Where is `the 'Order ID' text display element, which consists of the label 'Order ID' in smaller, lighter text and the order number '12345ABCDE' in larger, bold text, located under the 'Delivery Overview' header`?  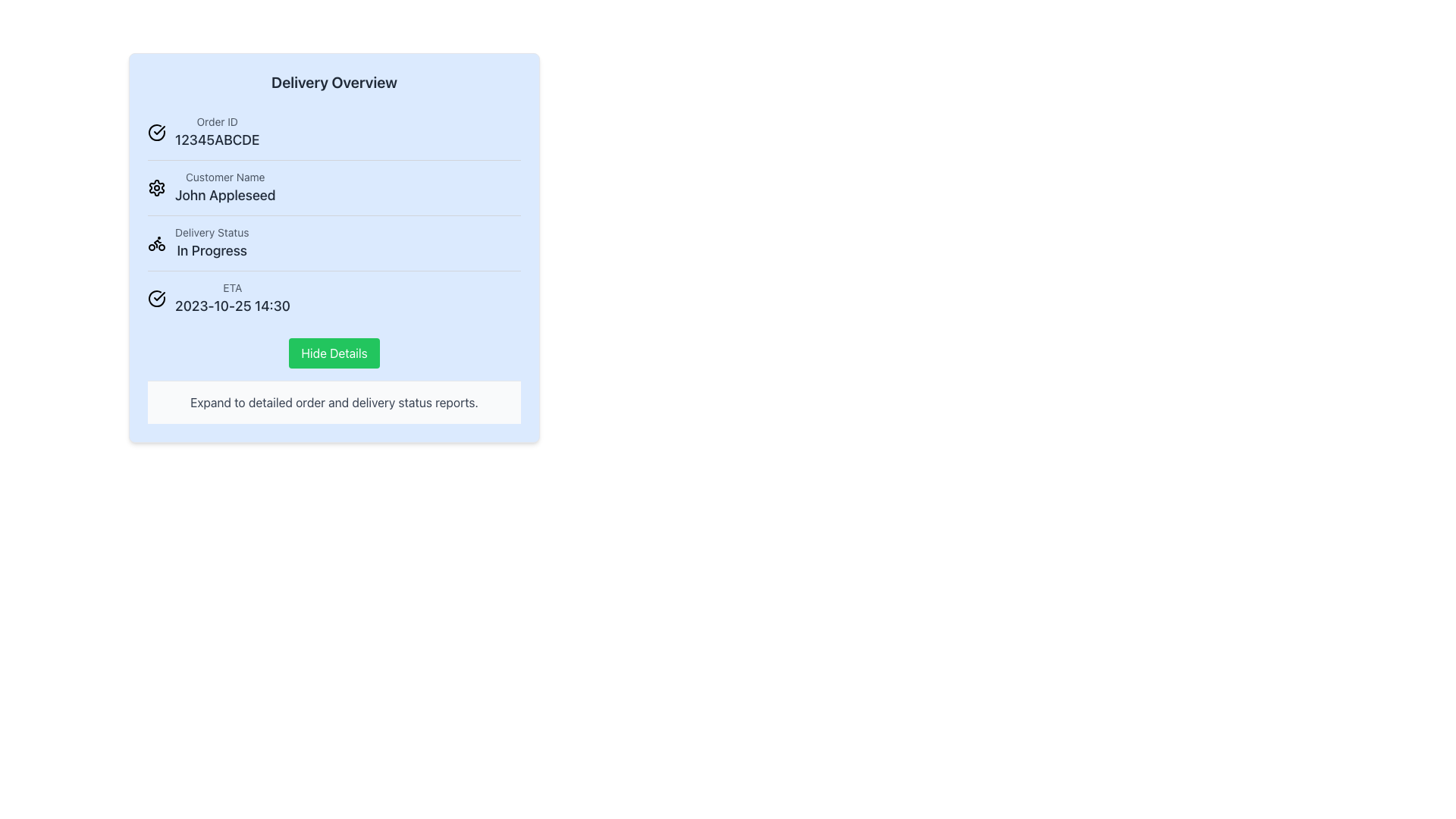
the 'Order ID' text display element, which consists of the label 'Order ID' in smaller, lighter text and the order number '12345ABCDE' in larger, bold text, located under the 'Delivery Overview' header is located at coordinates (216, 131).